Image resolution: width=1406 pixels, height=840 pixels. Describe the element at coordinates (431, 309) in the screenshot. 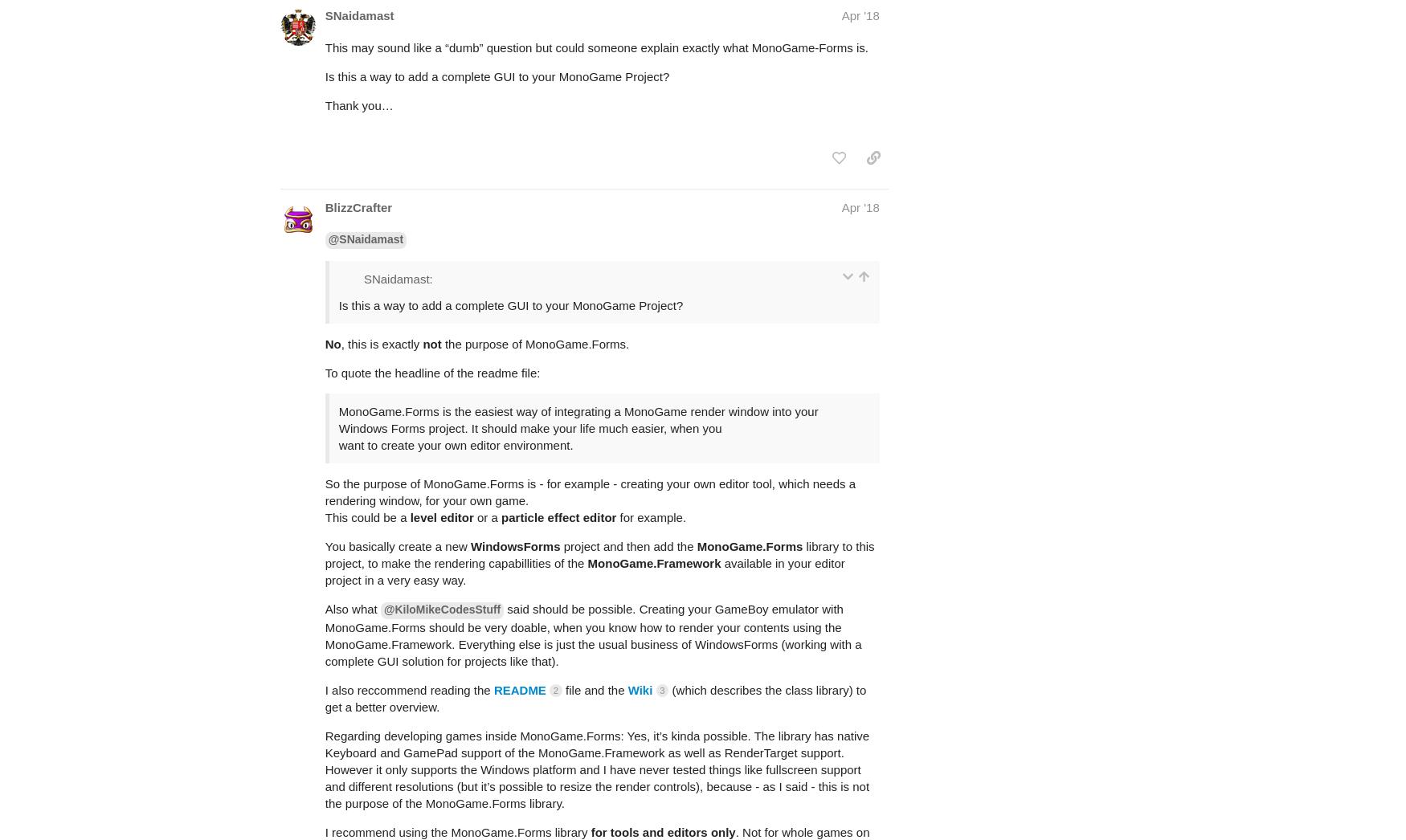

I see `'To quote the headline of the readme file:'` at that location.